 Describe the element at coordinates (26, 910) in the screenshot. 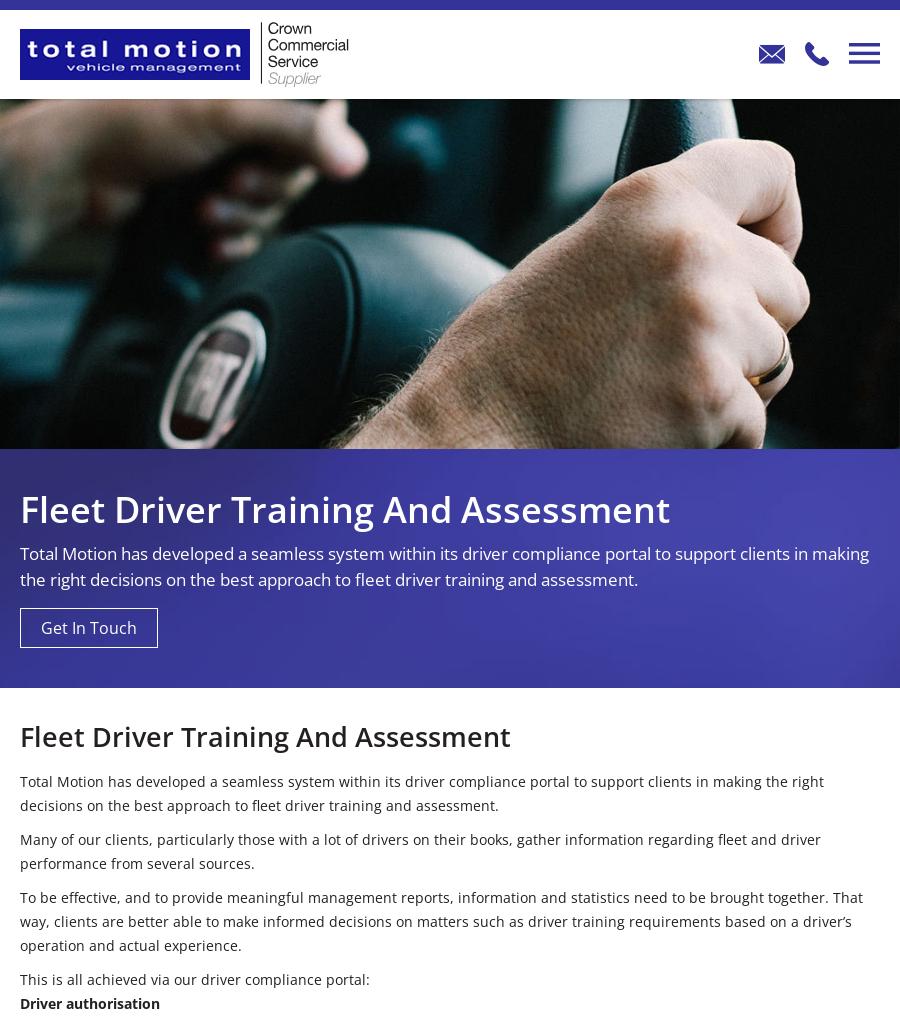

I see `'This website uses cookies so that we can give the best possible browser experience and provide a better service. If you continue without changing your cookie settings, we assume that you consent to our use of cookies on this device. You can change your cookie settings at any time but if you do, you may lose some functionality on our website. See our'` at that location.